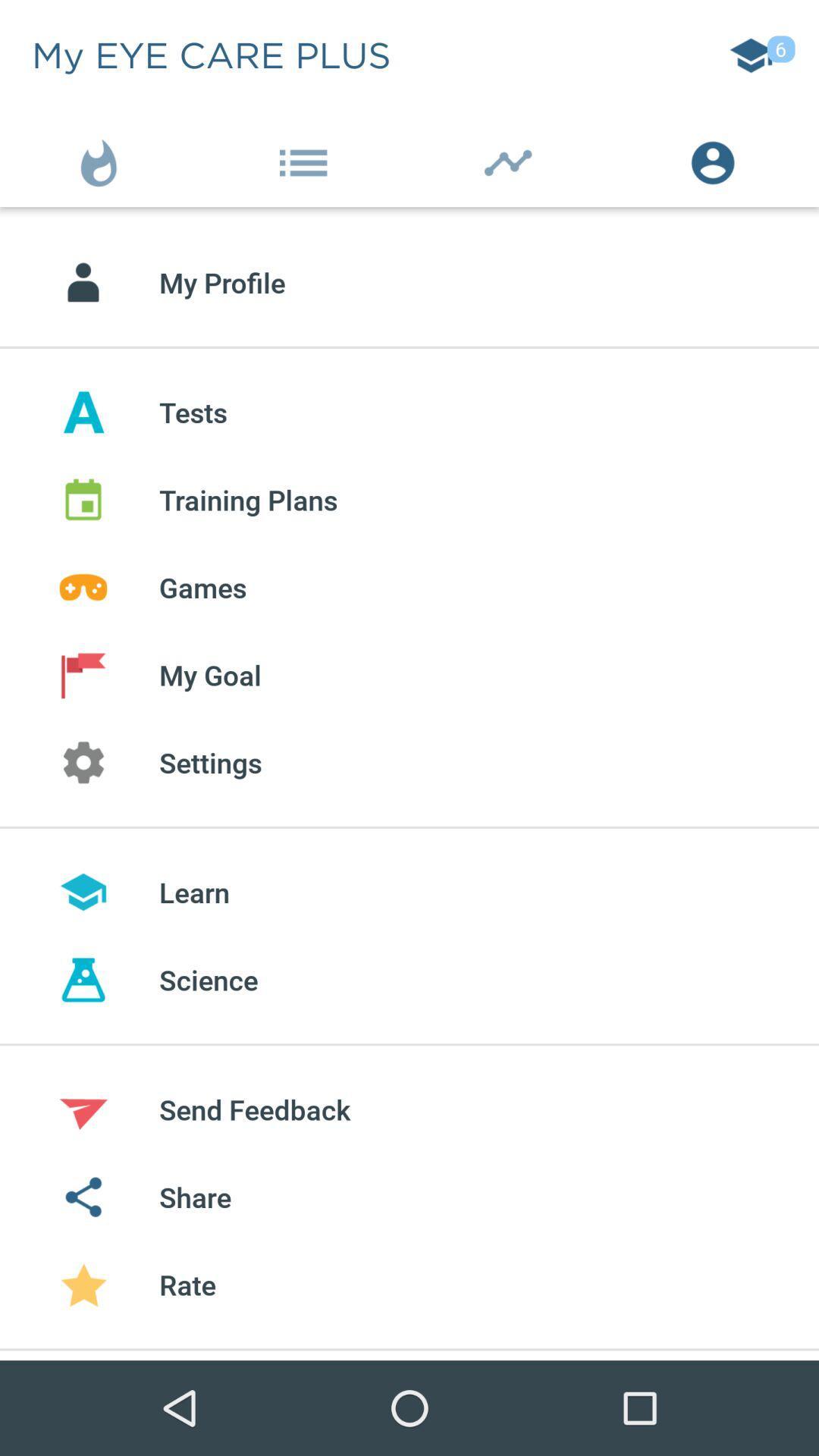  Describe the element at coordinates (102, 159) in the screenshot. I see `the icon next to    item` at that location.